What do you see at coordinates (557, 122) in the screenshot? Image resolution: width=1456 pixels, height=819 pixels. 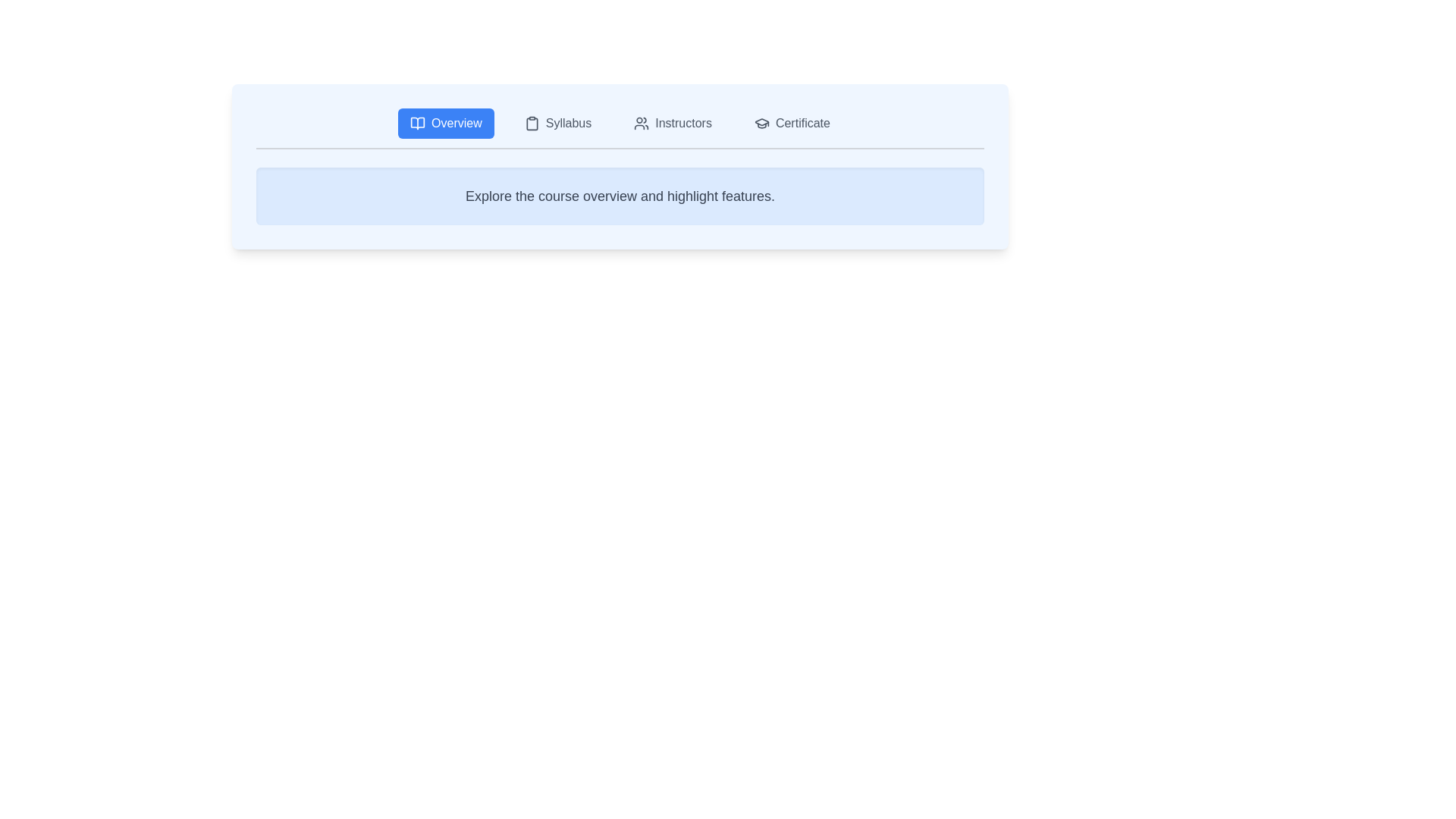 I see `the Syllabus tab by clicking on its button` at bounding box center [557, 122].